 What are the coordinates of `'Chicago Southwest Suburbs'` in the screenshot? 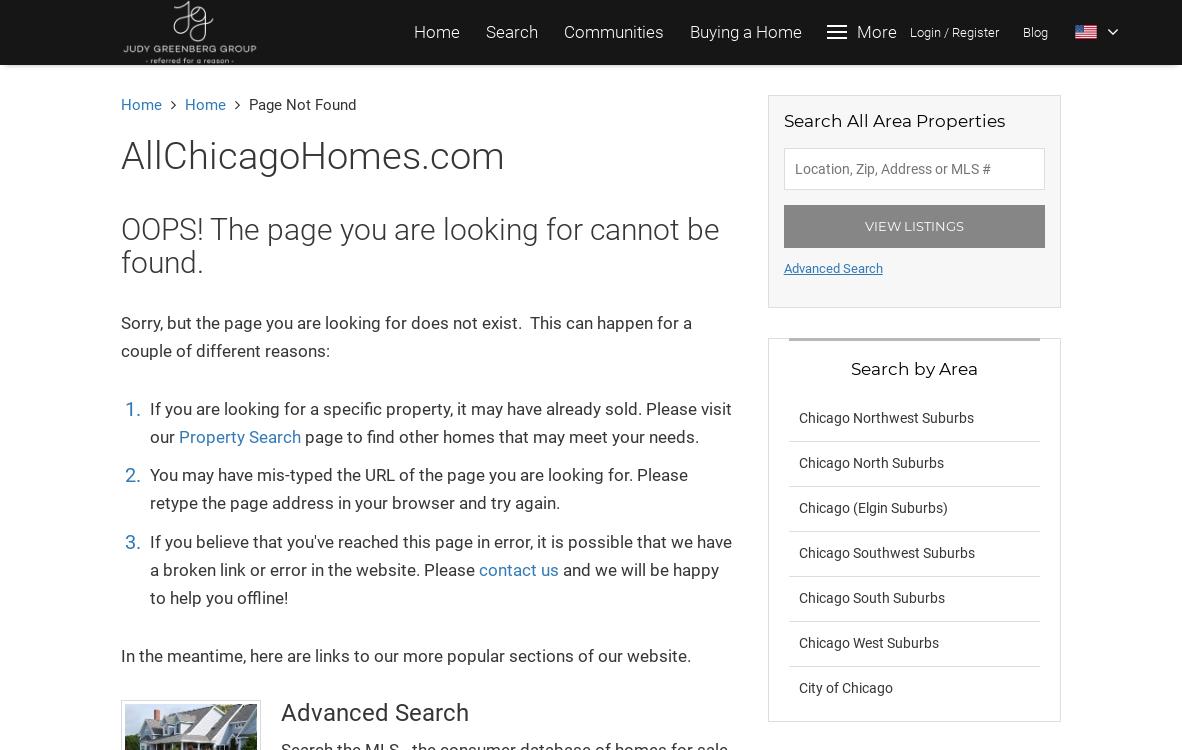 It's located at (885, 552).